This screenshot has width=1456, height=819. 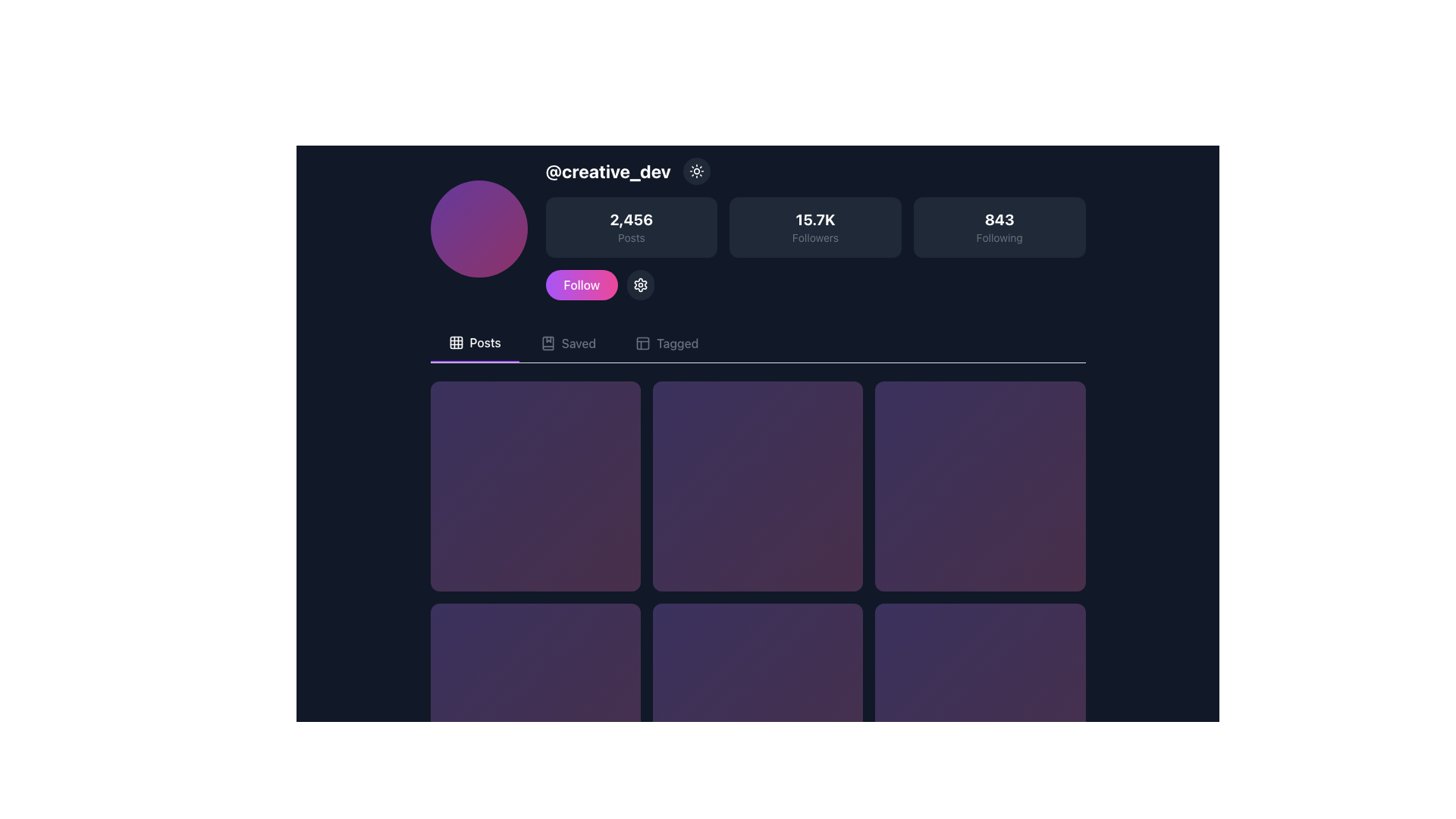 What do you see at coordinates (641, 284) in the screenshot?
I see `the settings button located as the second clickable element from the left in the header area, positioned directly to the right of the 'Follow' button` at bounding box center [641, 284].